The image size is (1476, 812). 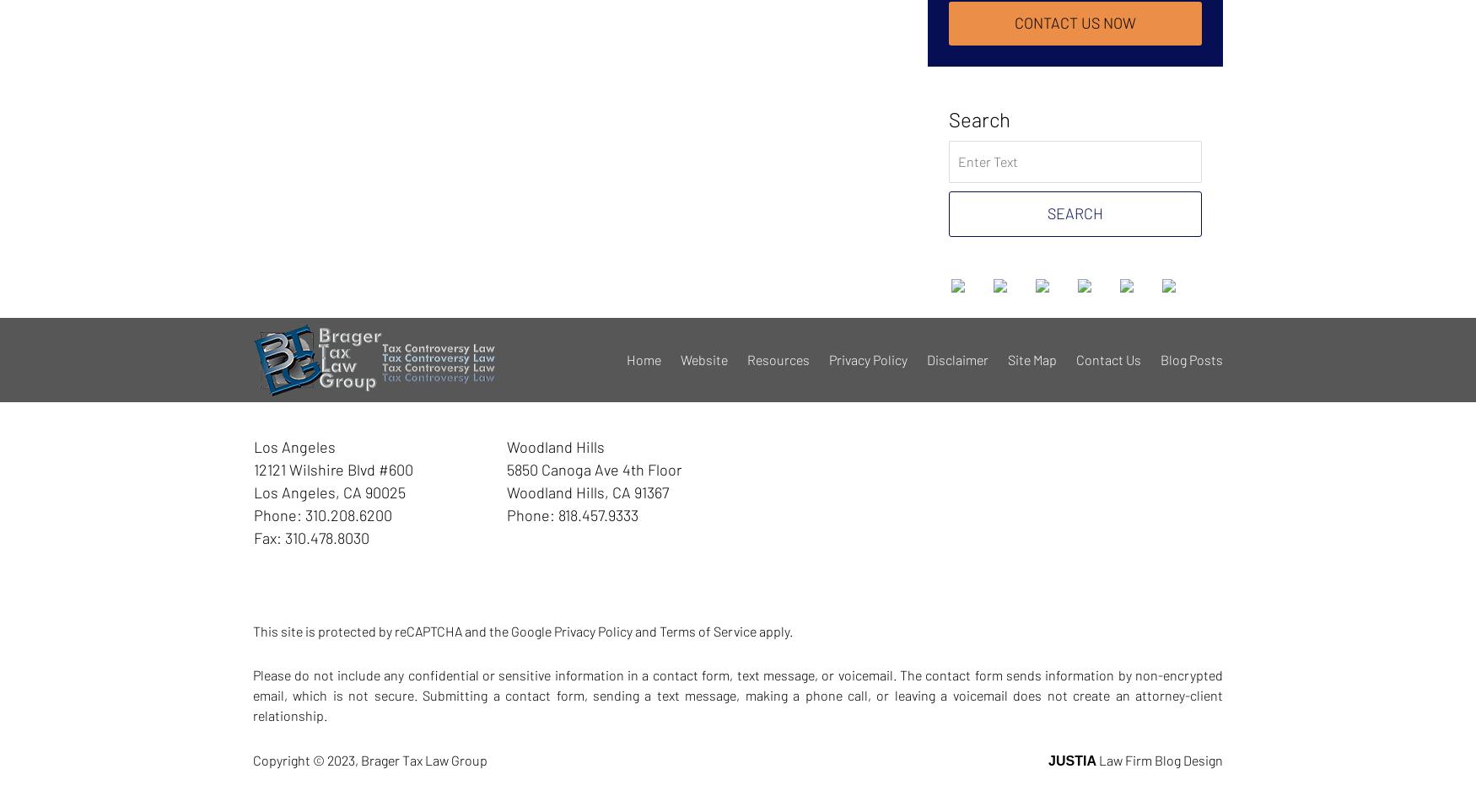 What do you see at coordinates (773, 630) in the screenshot?
I see `'apply.'` at bounding box center [773, 630].